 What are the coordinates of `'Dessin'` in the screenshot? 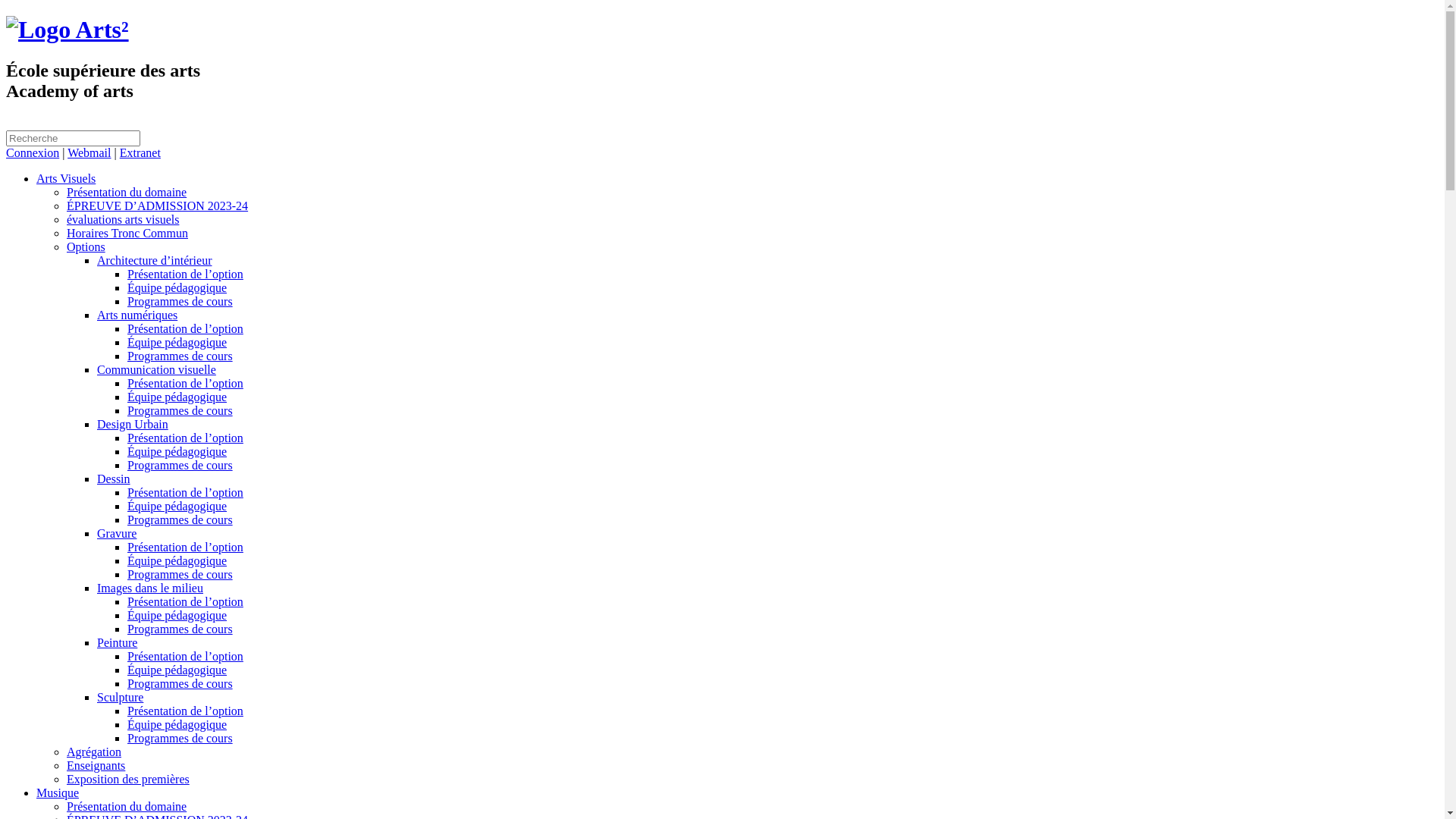 It's located at (112, 479).